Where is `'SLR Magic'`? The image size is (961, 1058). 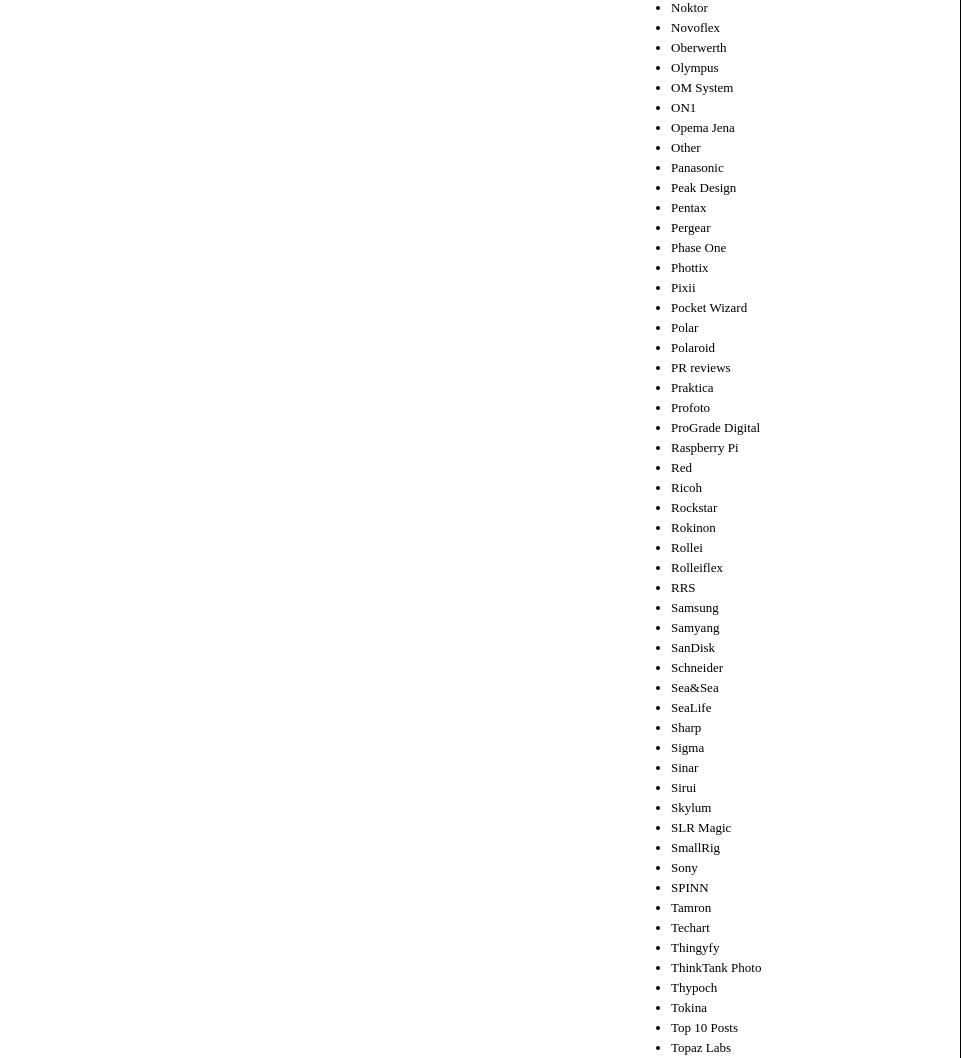
'SLR Magic' is located at coordinates (700, 825).